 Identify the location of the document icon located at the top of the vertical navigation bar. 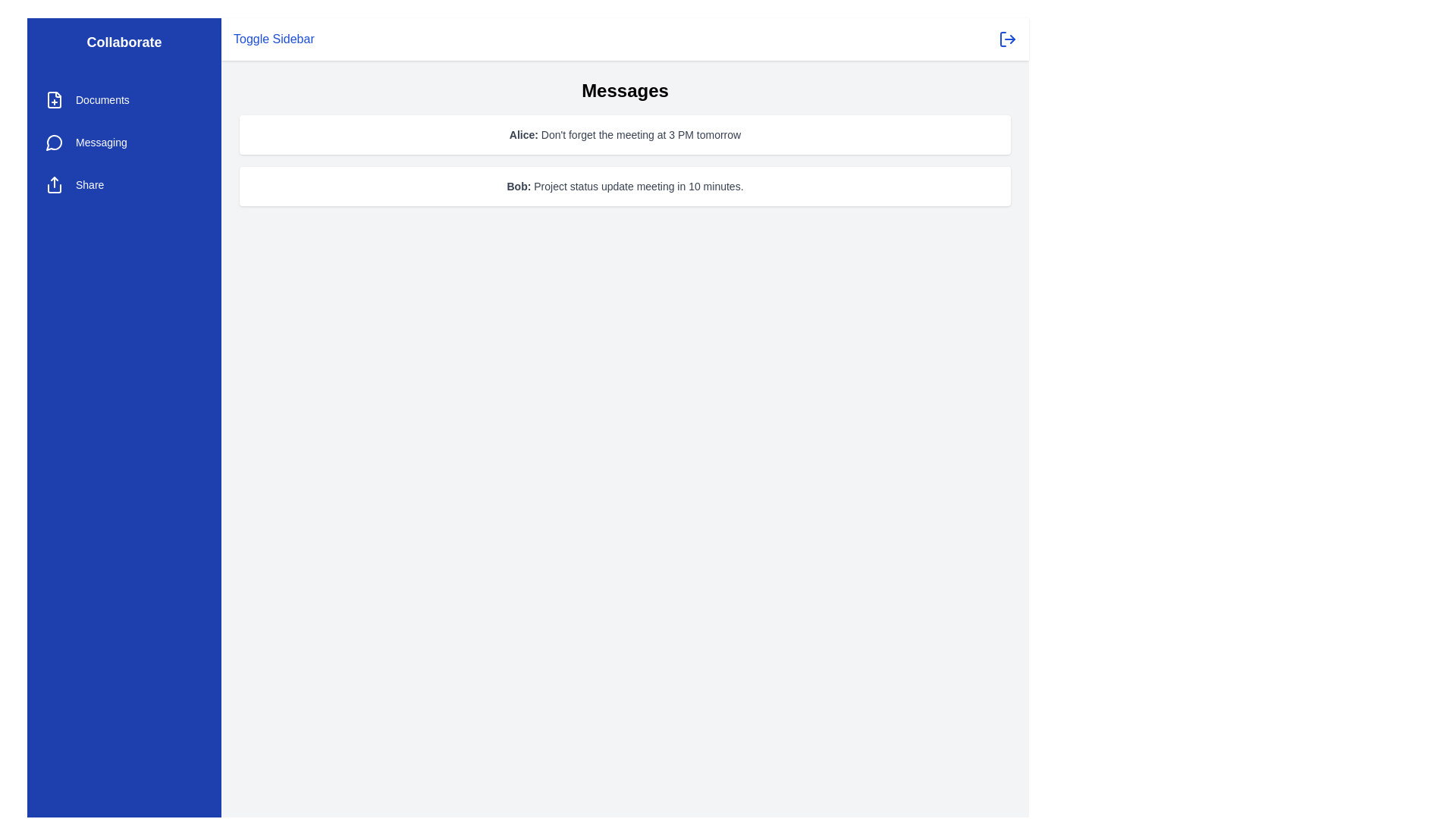
(55, 99).